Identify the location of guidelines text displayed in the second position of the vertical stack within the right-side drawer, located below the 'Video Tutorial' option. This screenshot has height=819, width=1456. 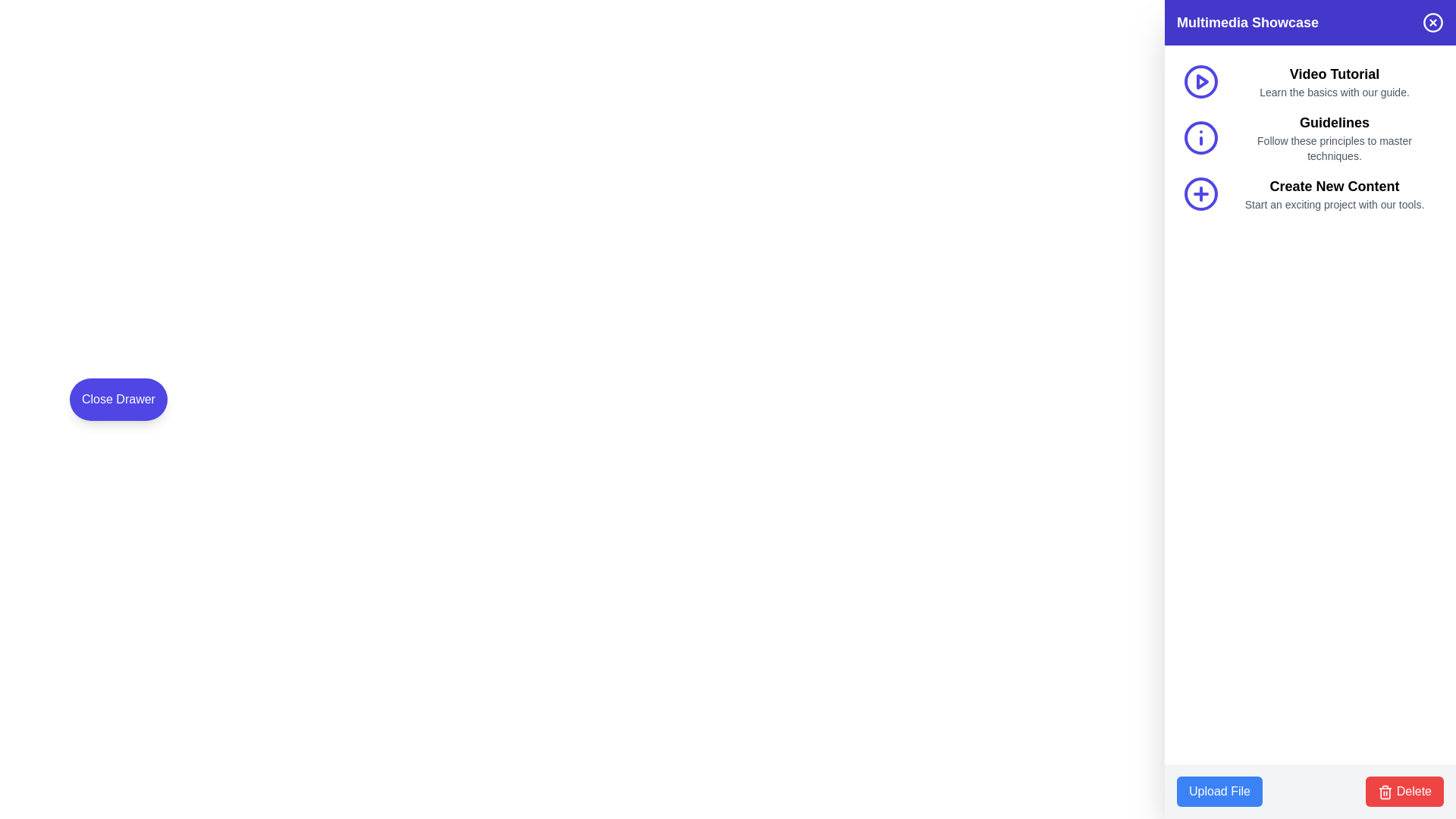
(1335, 137).